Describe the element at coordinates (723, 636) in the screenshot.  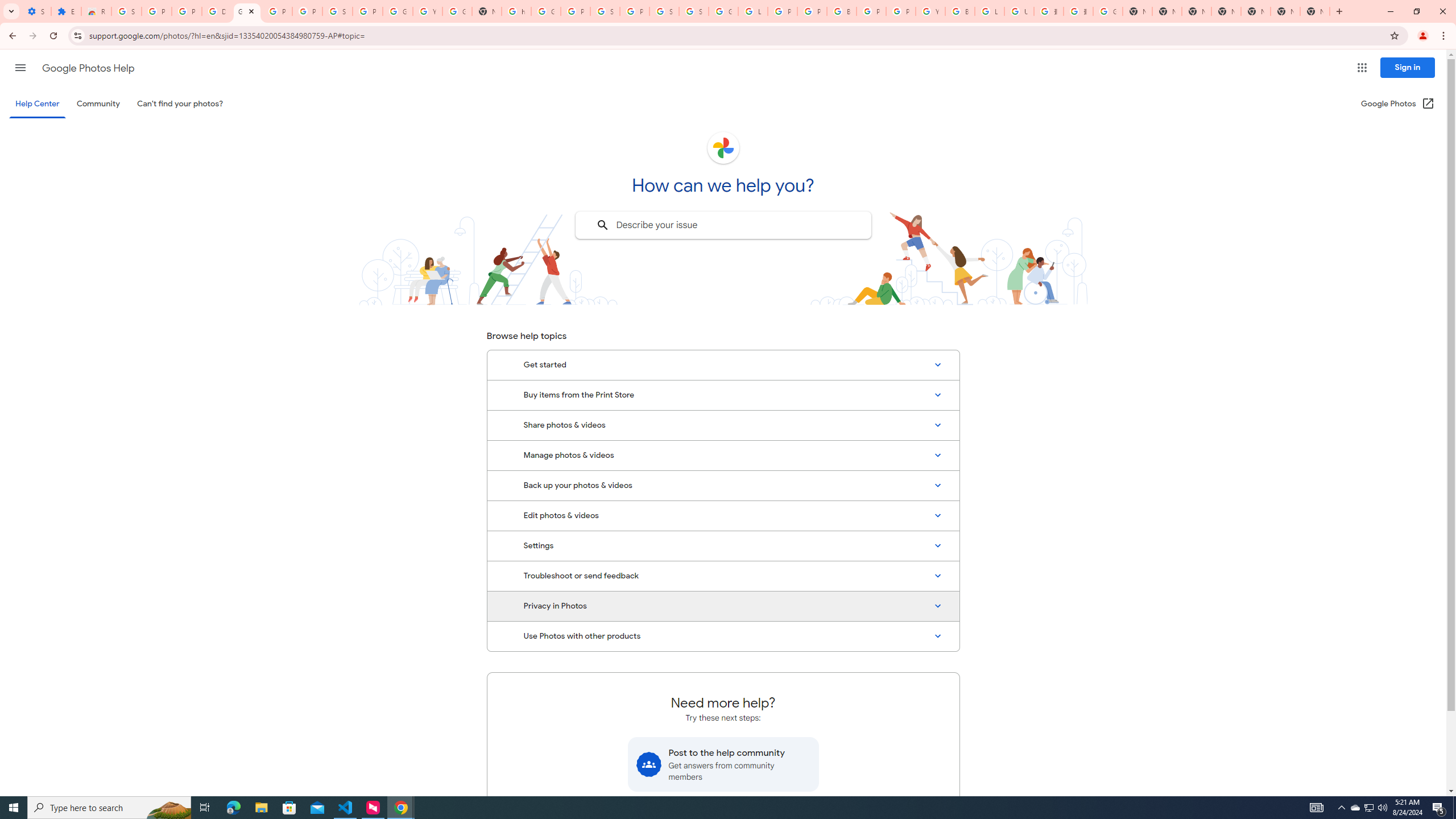
I see `'Use Photos with other products'` at that location.